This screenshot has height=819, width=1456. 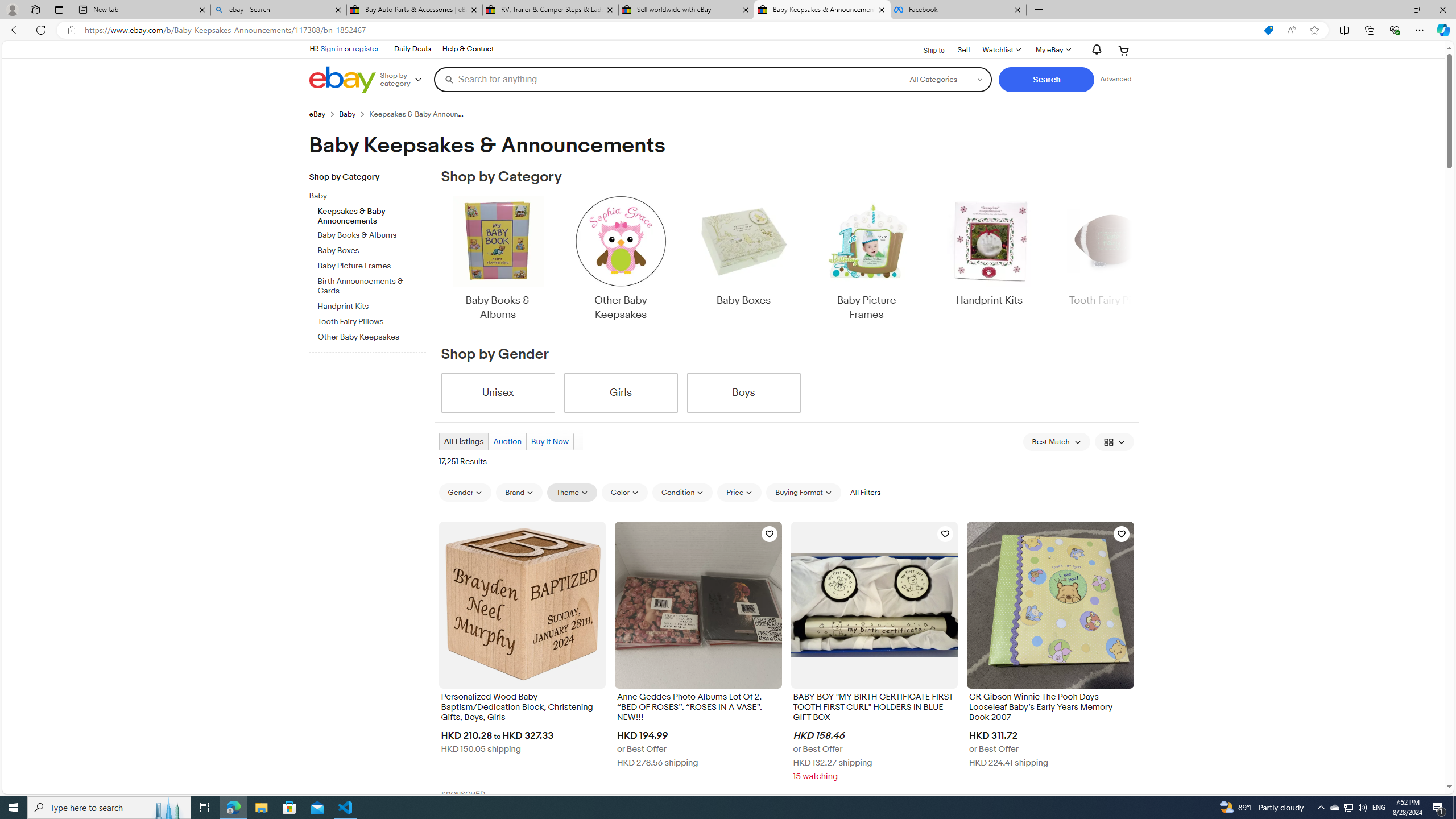 What do you see at coordinates (1124, 49) in the screenshot?
I see `'Your shopping cart'` at bounding box center [1124, 49].